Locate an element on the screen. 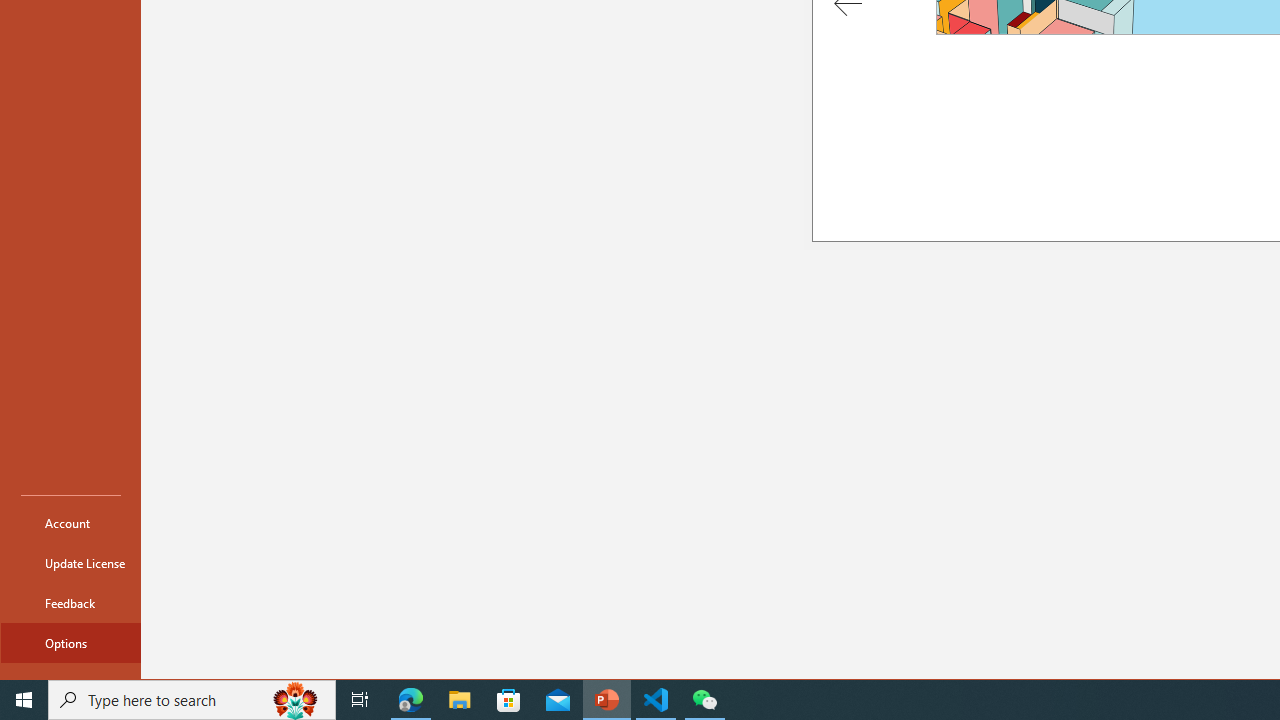  'Update License' is located at coordinates (71, 563).